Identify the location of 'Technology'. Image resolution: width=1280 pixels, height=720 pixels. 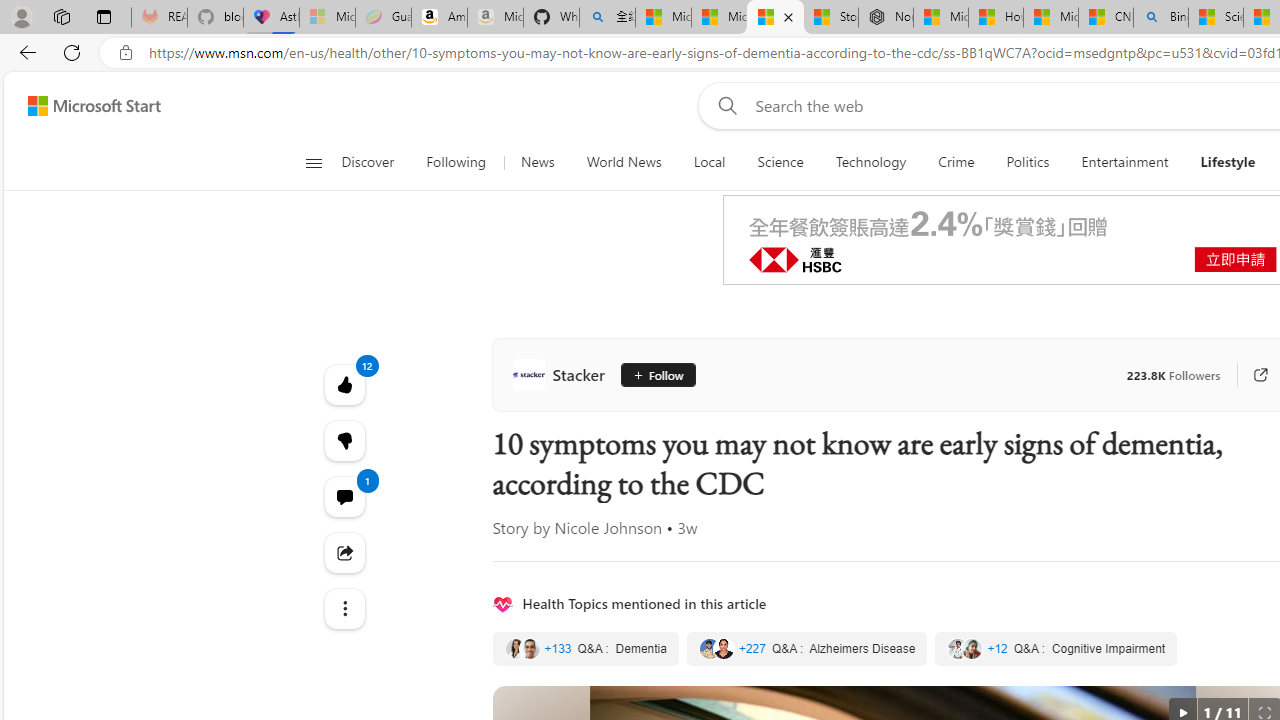
(871, 162).